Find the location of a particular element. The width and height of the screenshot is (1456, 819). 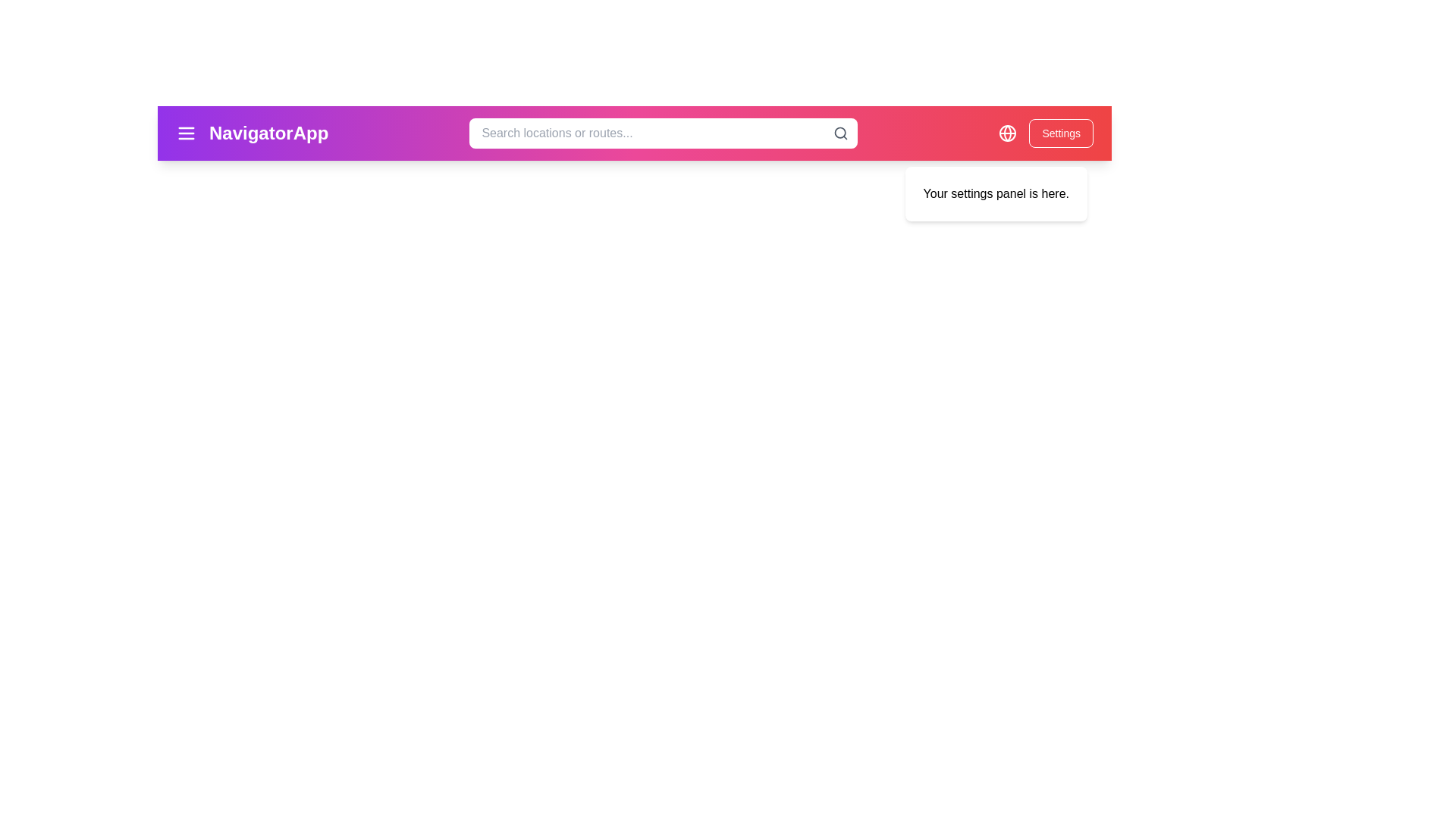

the text in the settings panel is located at coordinates (922, 184).